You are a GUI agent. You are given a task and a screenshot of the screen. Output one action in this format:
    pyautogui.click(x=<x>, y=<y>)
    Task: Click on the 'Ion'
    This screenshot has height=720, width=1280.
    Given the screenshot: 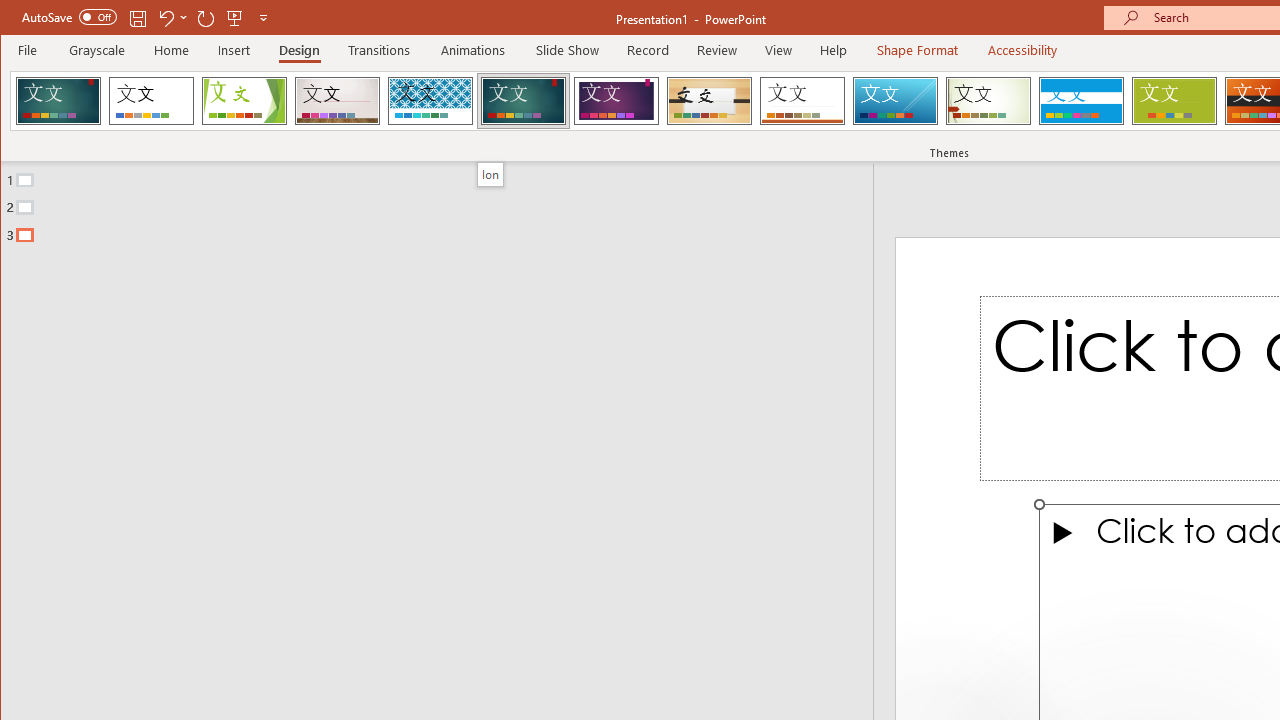 What is the action you would take?
    pyautogui.click(x=490, y=173)
    